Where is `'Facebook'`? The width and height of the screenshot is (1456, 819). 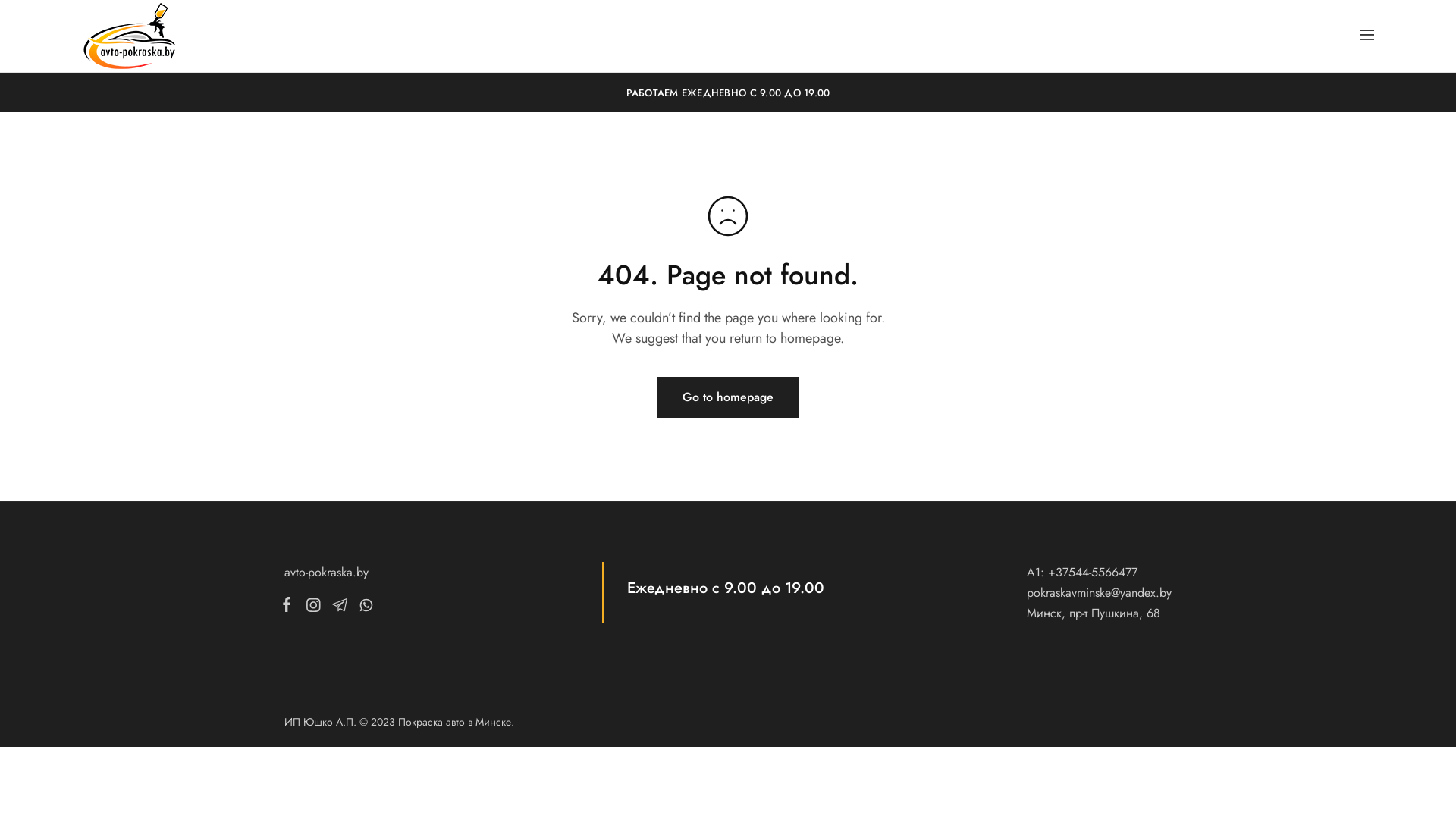
'Facebook' is located at coordinates (290, 607).